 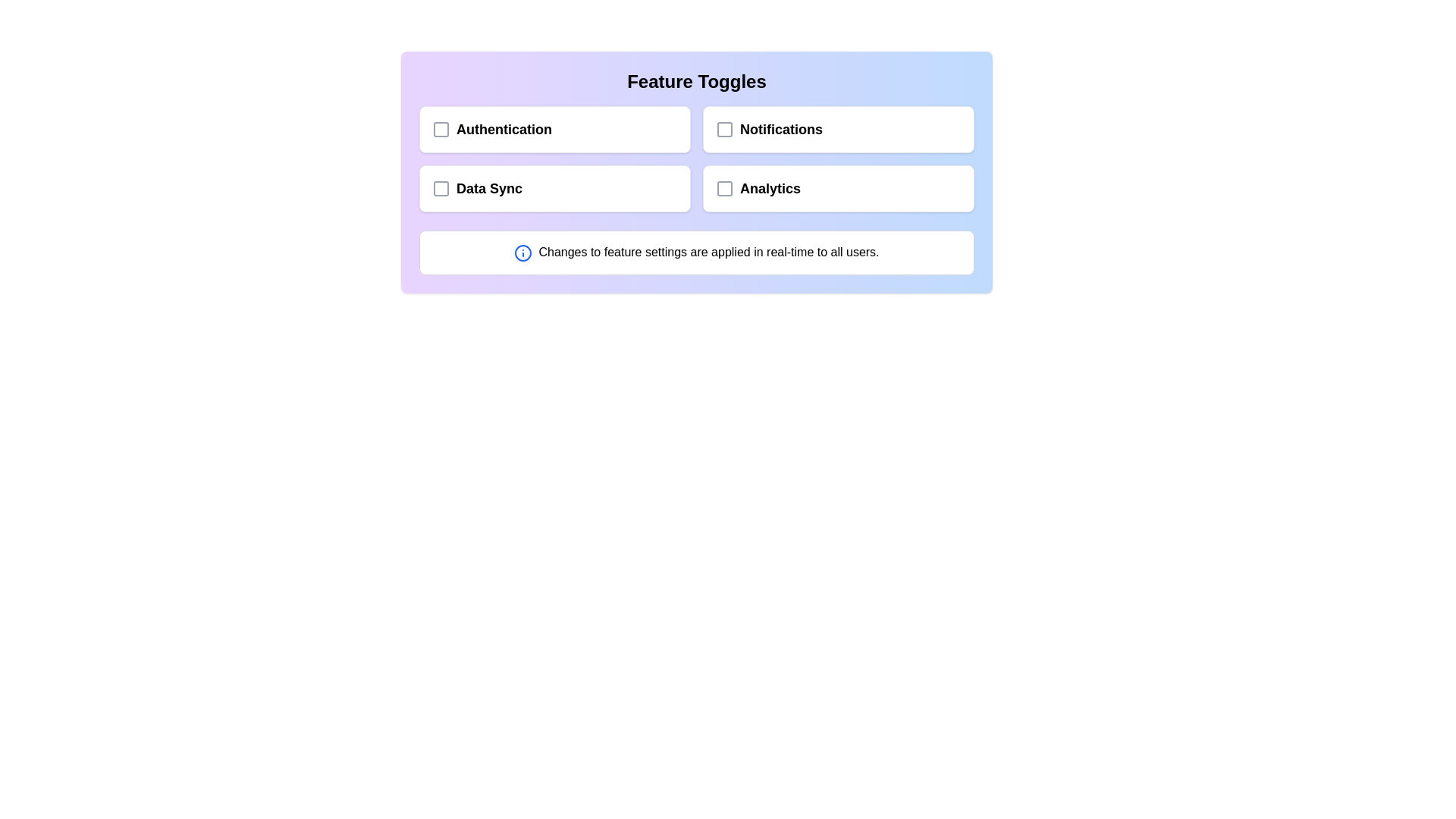 I want to click on the checkbox indicator for 'Analytics', which is a small square with a light-gray border located in the bottom-right quadrant of the 'Feature Toggles' interface, so click(x=723, y=188).